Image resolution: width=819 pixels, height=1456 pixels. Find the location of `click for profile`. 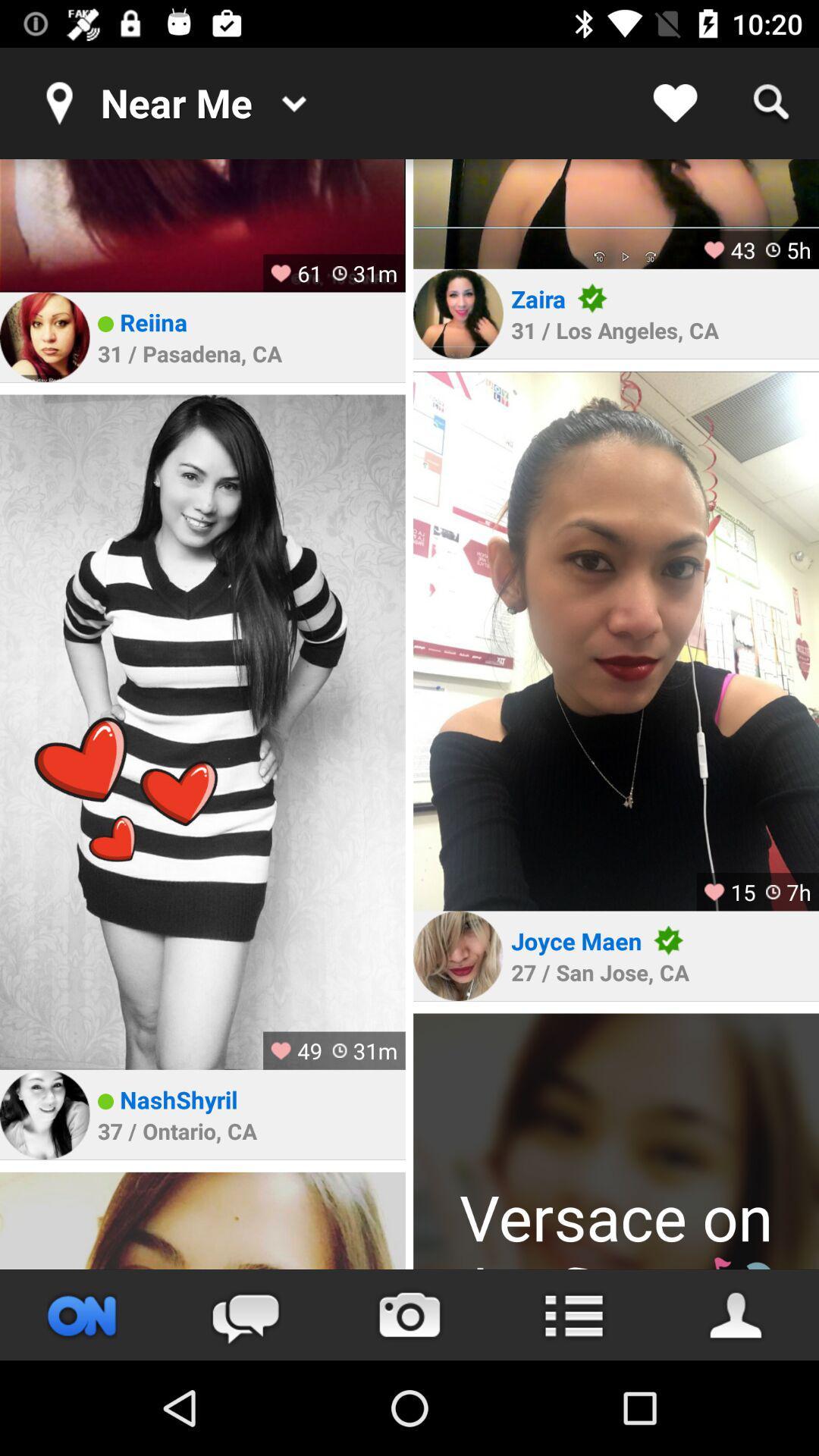

click for profile is located at coordinates (44, 1114).